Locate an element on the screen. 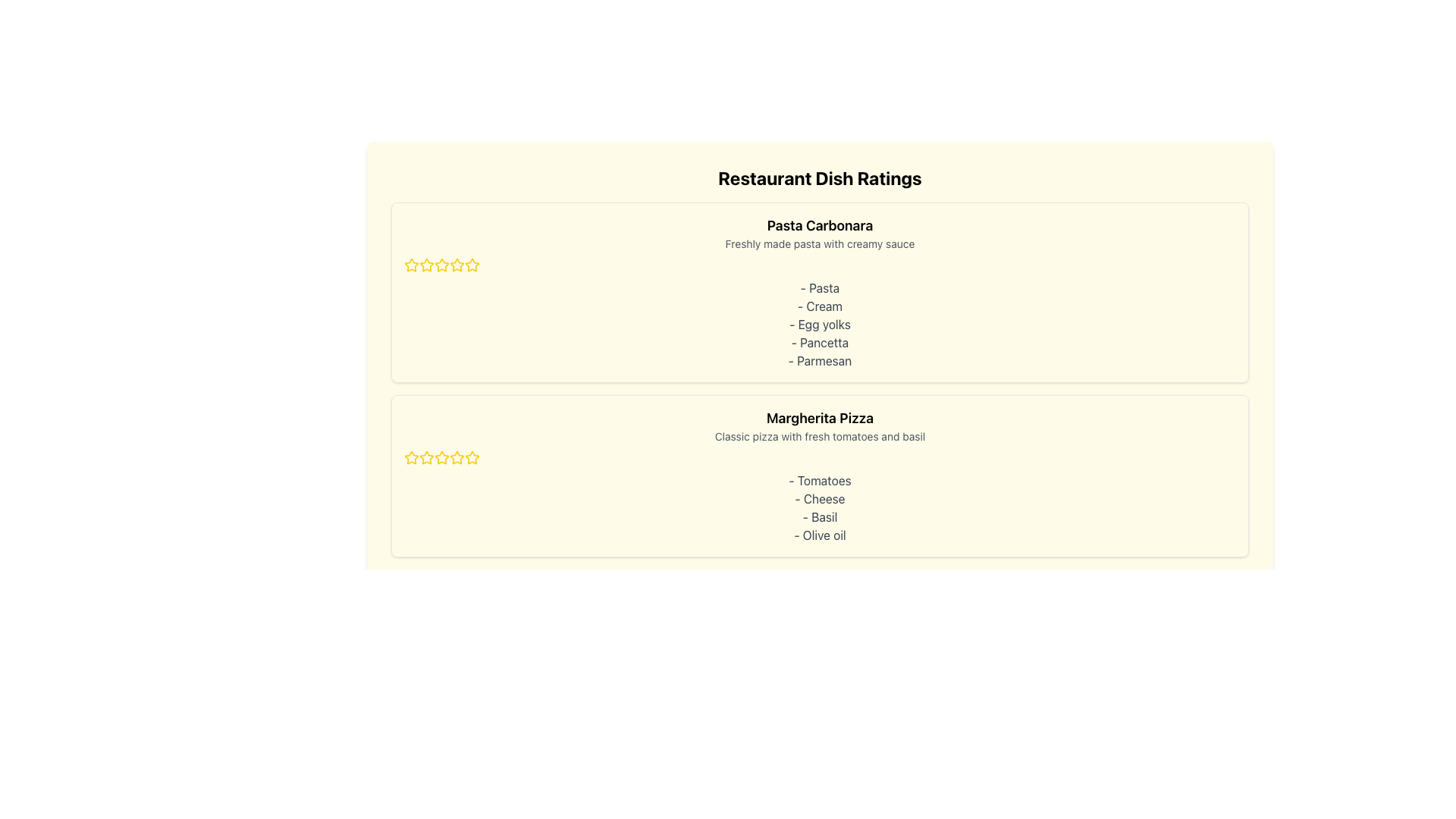  the first star icon with a yellow outline under the 'Margherita Pizza' section is located at coordinates (411, 457).